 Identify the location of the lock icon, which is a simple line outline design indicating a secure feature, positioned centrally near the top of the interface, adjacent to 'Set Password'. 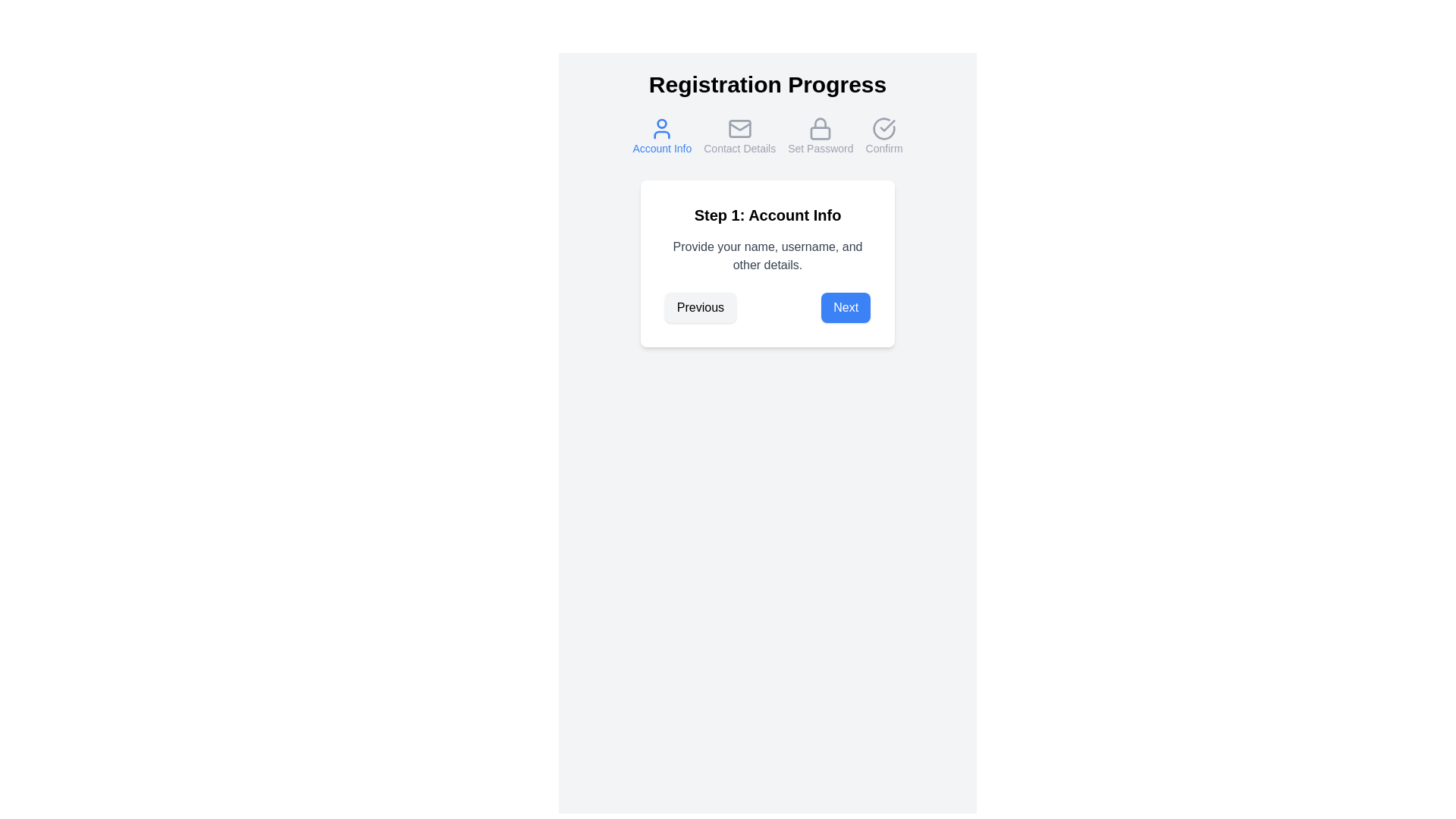
(820, 127).